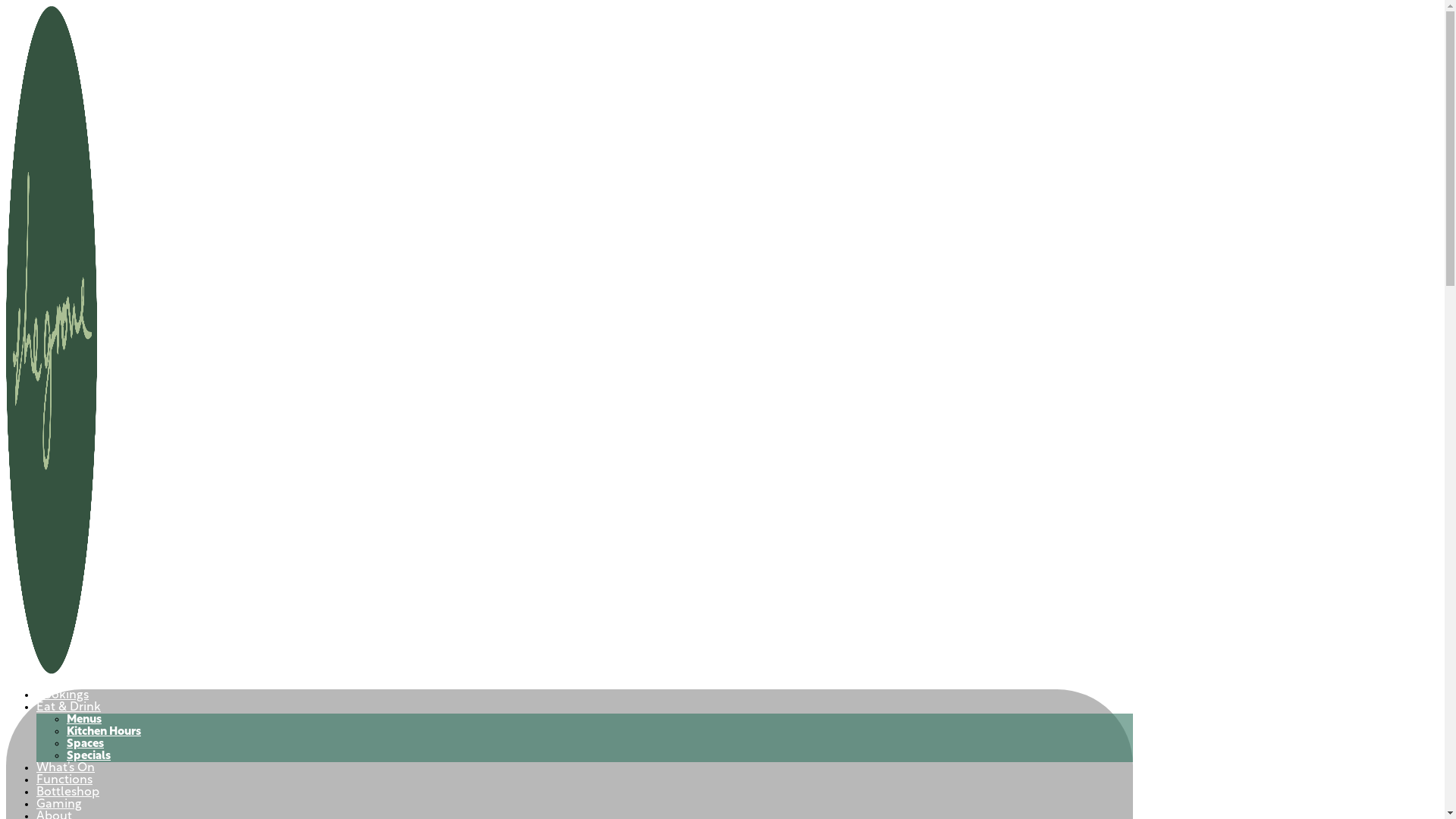  What do you see at coordinates (65, 719) in the screenshot?
I see `'Menus'` at bounding box center [65, 719].